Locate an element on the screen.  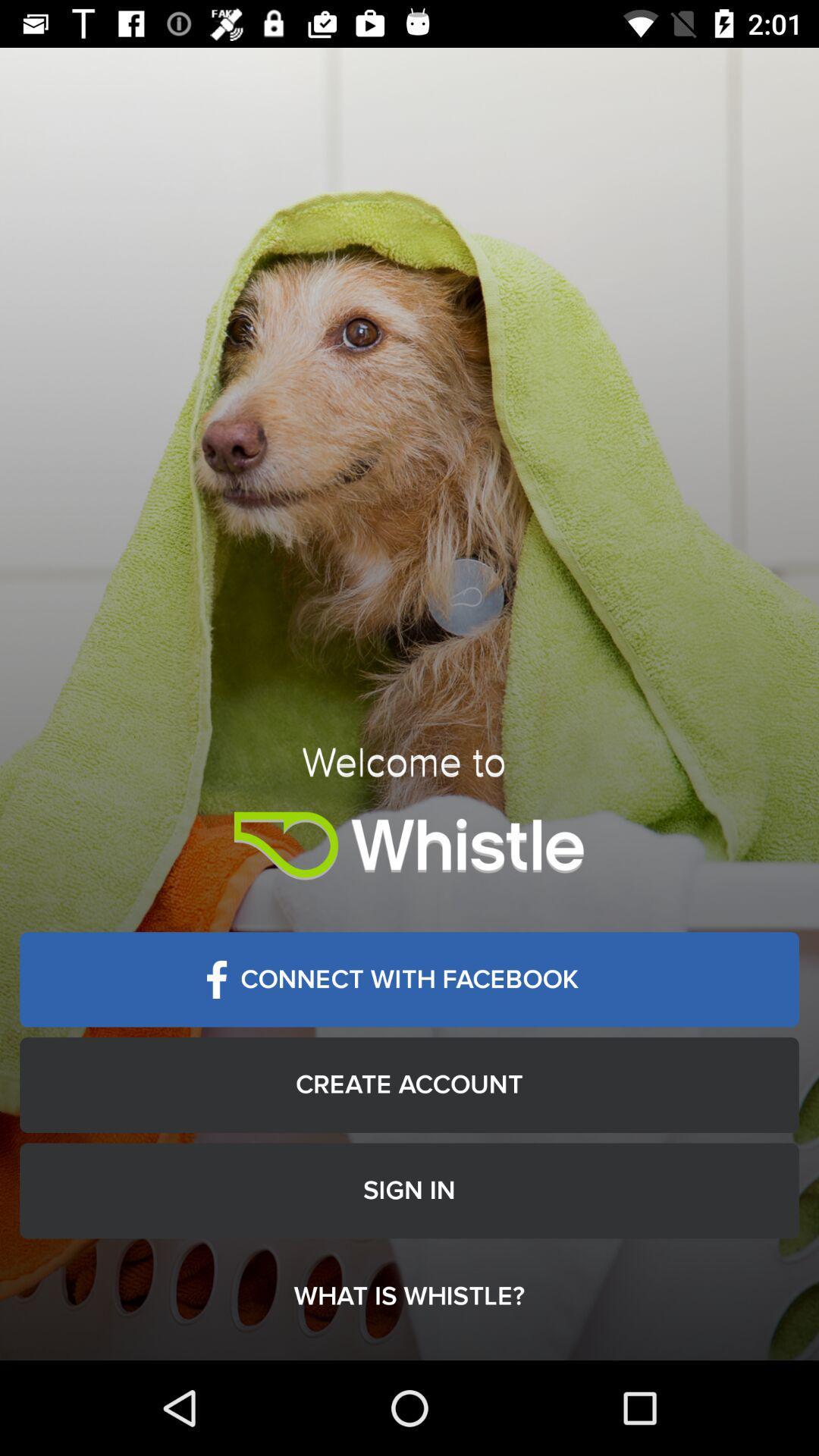
the item above sign in icon is located at coordinates (409, 1084).